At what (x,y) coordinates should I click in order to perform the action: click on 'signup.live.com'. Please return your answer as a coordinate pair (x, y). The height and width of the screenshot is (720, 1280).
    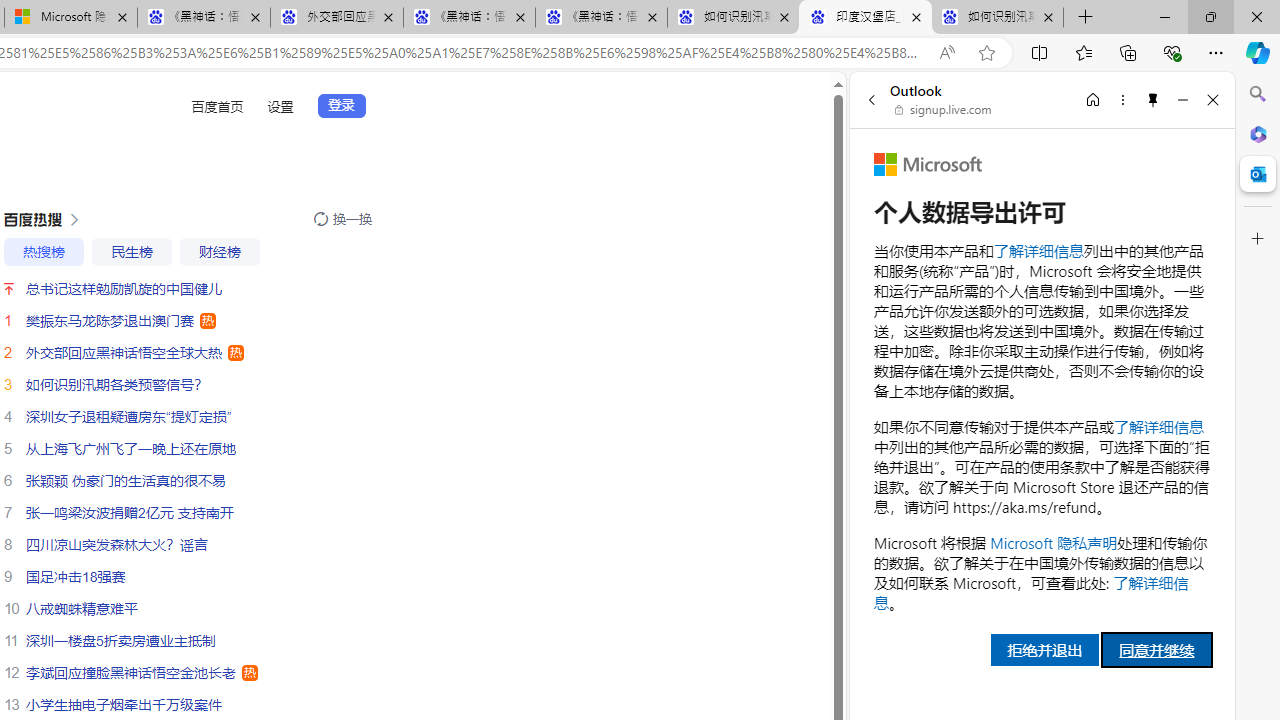
    Looking at the image, I should click on (943, 110).